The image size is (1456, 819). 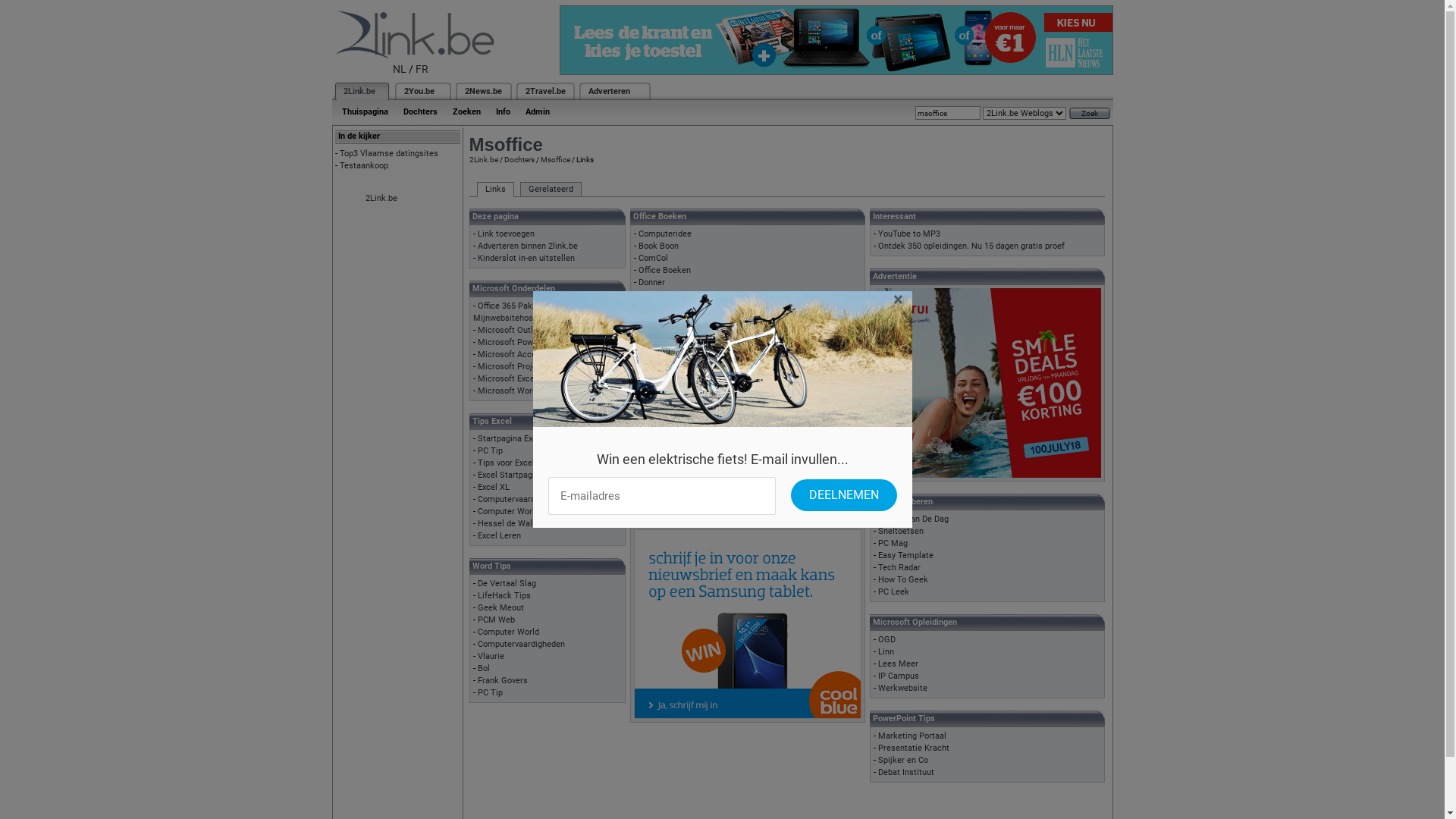 What do you see at coordinates (494, 487) in the screenshot?
I see `'Excel XL'` at bounding box center [494, 487].